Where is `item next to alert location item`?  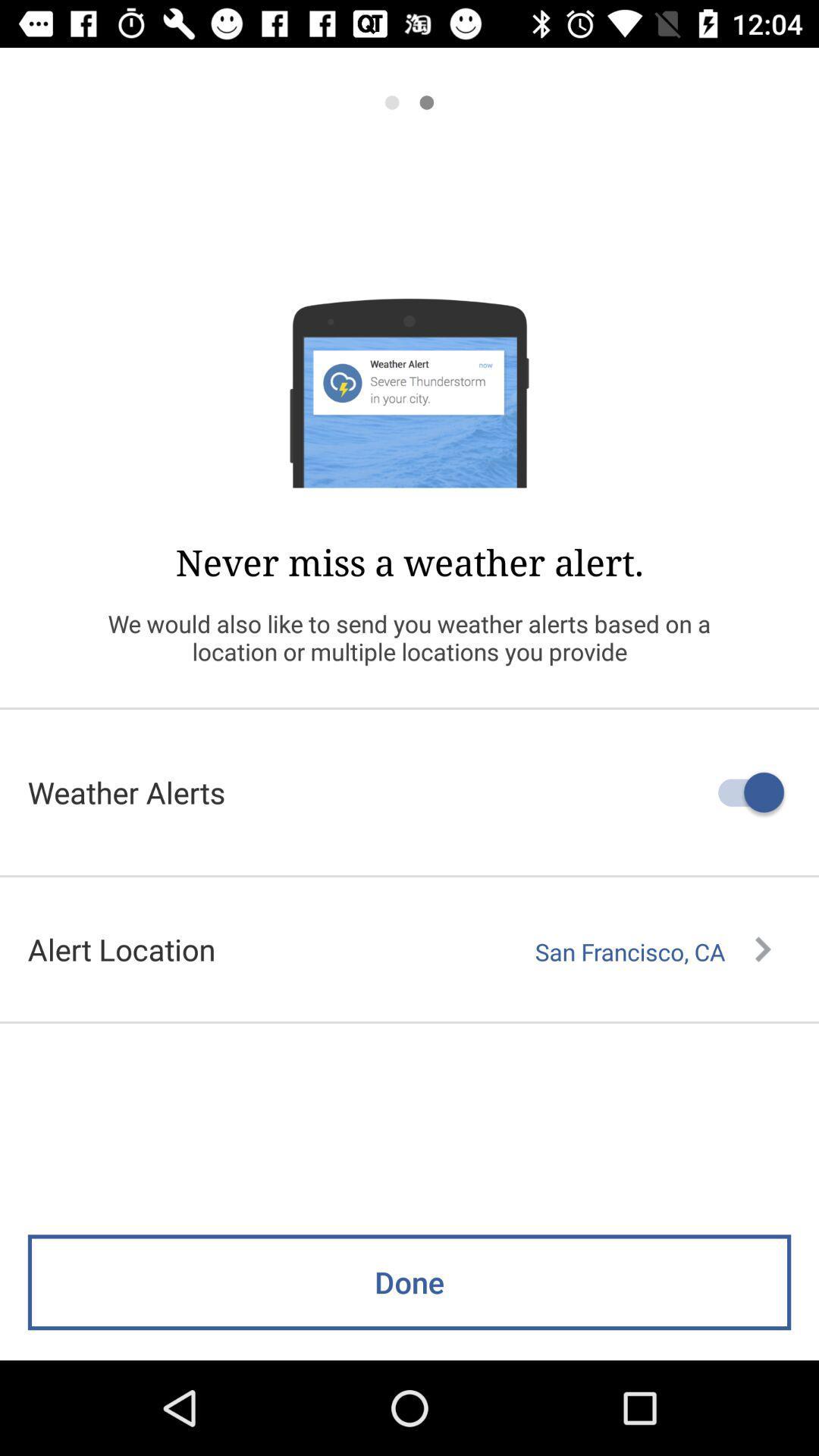
item next to alert location item is located at coordinates (652, 951).